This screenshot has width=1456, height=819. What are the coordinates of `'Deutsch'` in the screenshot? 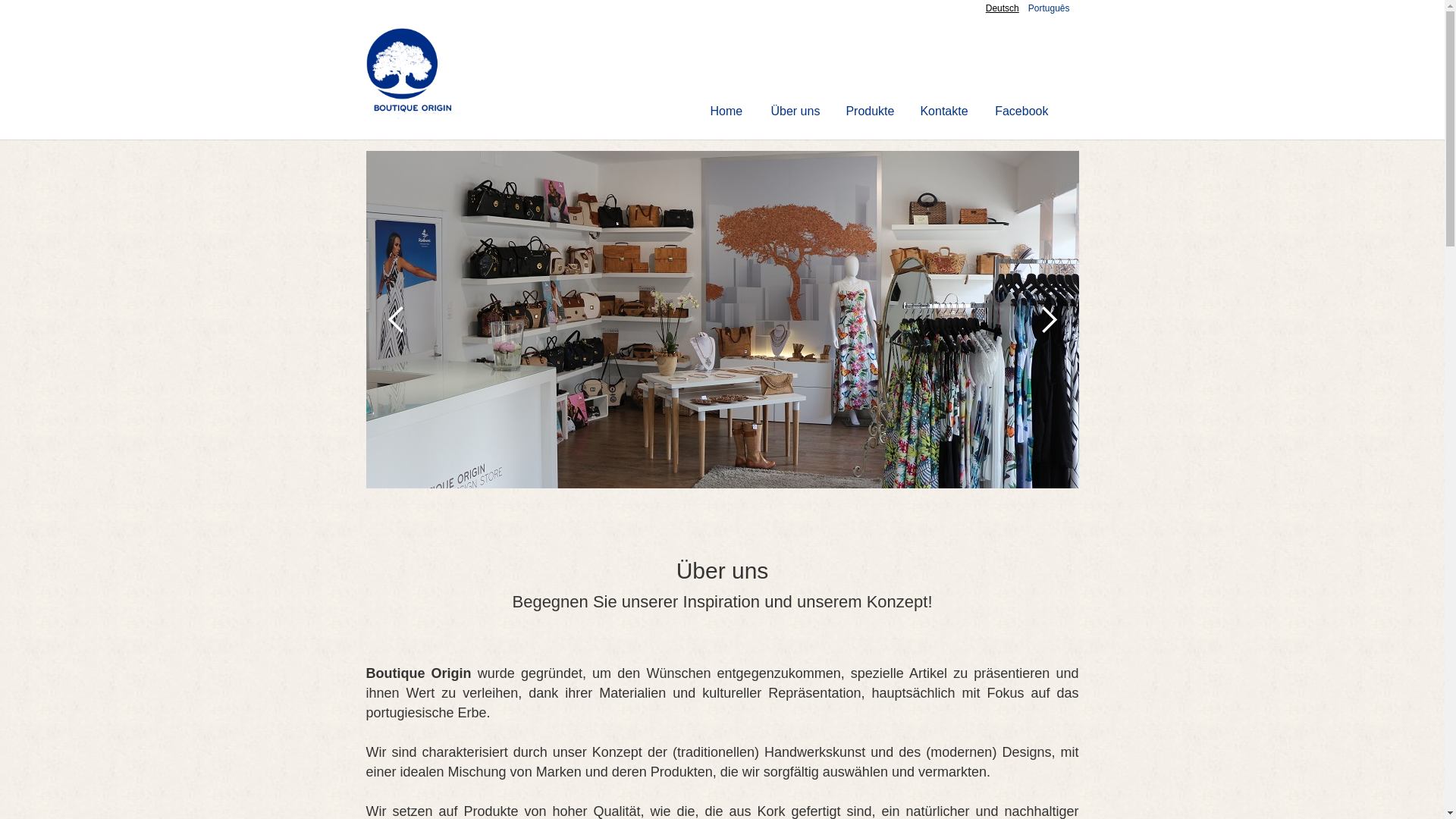 It's located at (986, 8).